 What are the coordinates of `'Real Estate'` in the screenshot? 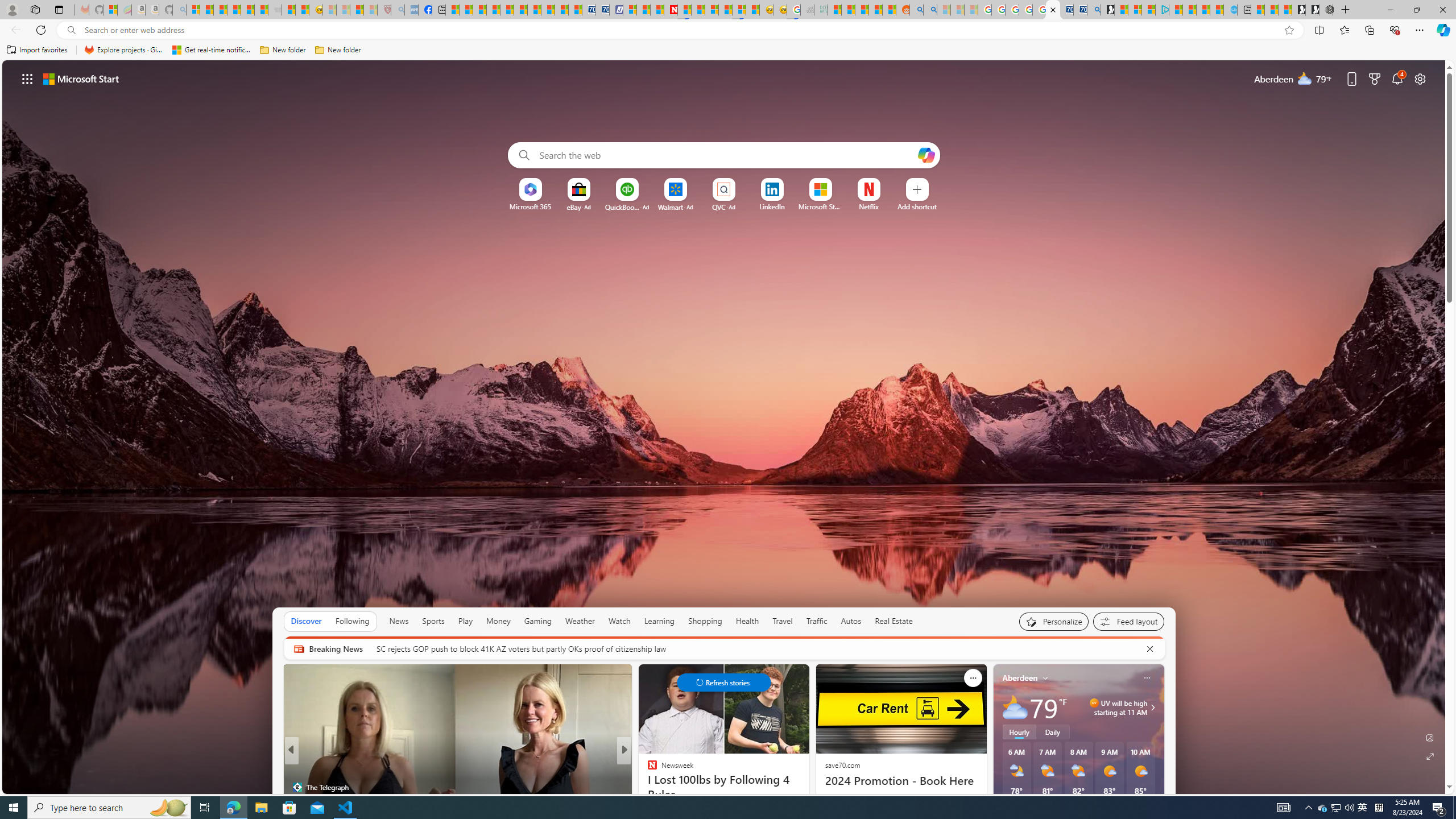 It's located at (893, 621).